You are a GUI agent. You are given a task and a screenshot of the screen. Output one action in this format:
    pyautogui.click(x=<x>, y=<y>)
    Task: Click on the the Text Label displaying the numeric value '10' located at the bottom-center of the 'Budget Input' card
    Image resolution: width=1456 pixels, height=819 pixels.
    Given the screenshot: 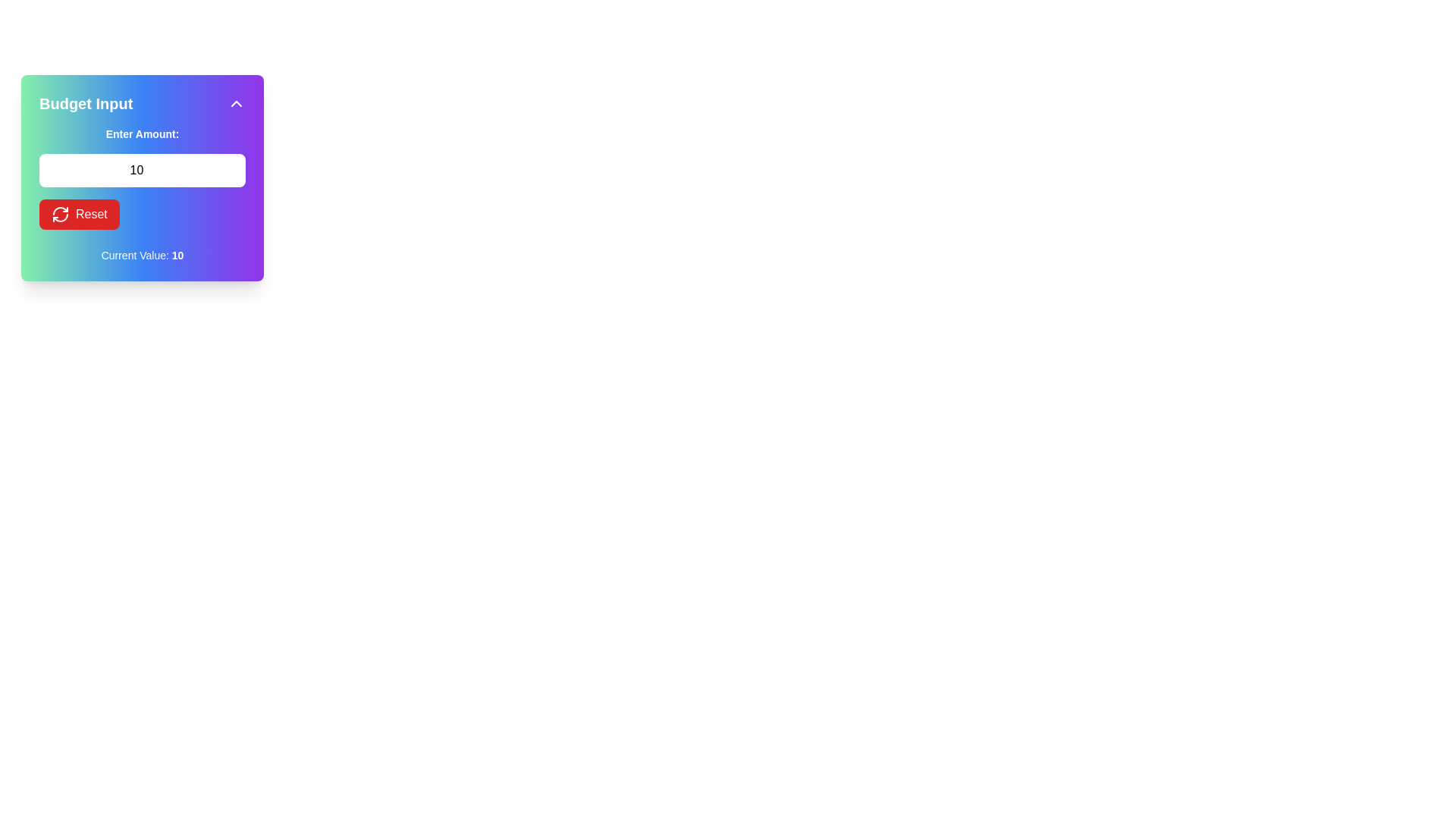 What is the action you would take?
    pyautogui.click(x=177, y=254)
    